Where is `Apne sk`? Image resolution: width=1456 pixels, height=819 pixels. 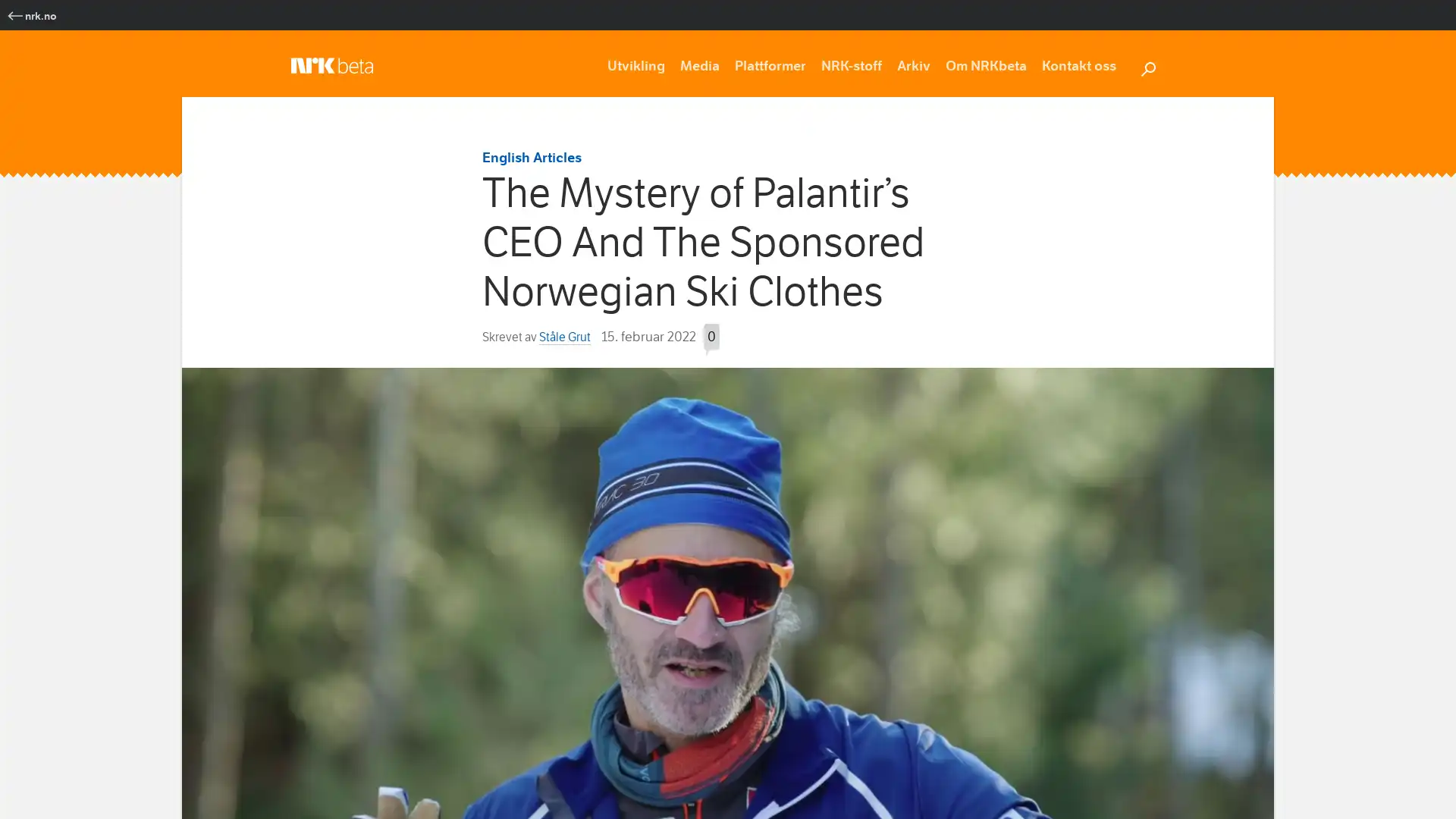 Apne sk is located at coordinates (1147, 66).